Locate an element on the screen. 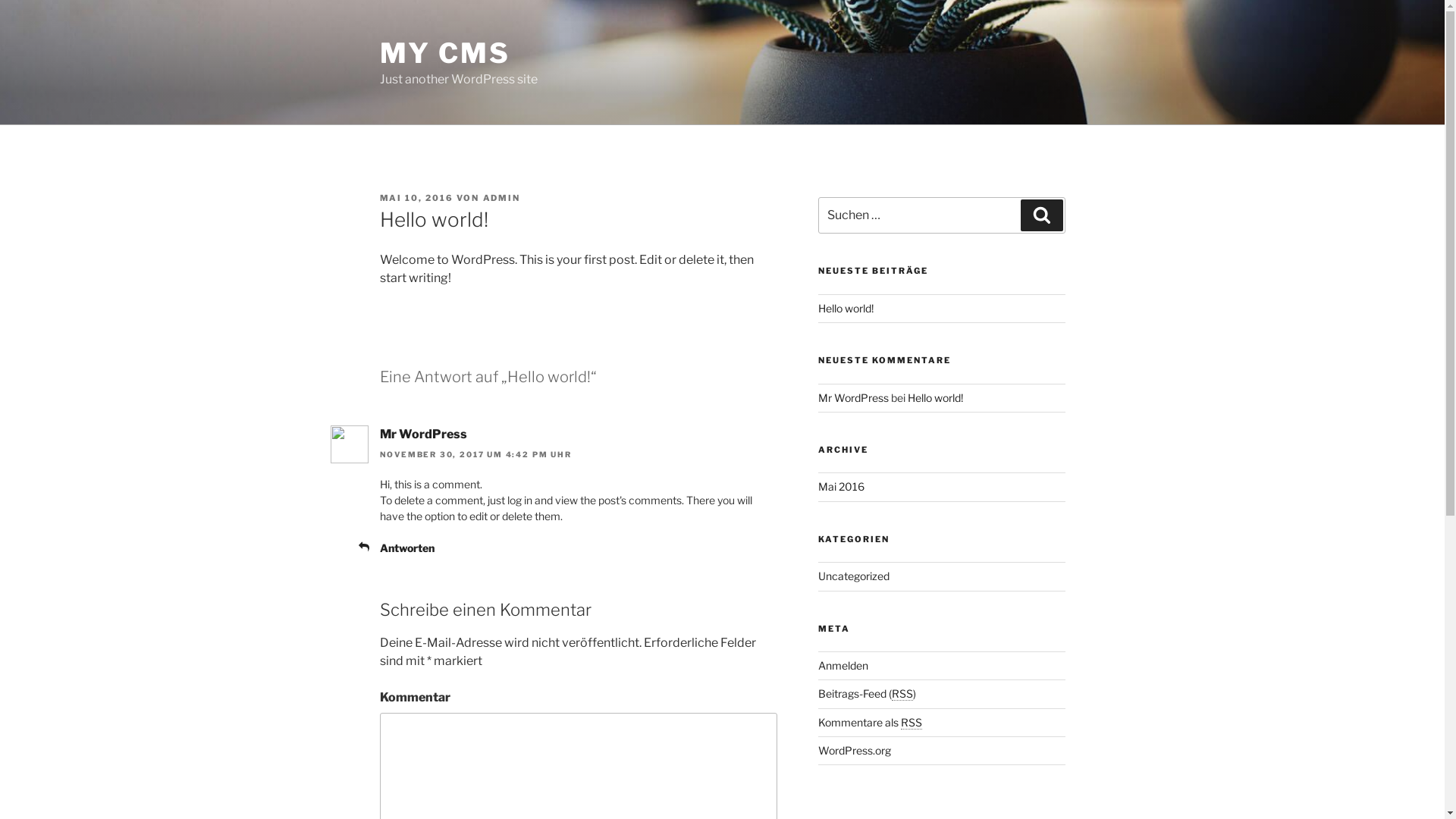 This screenshot has width=1456, height=819. 'Anmelden' is located at coordinates (843, 664).